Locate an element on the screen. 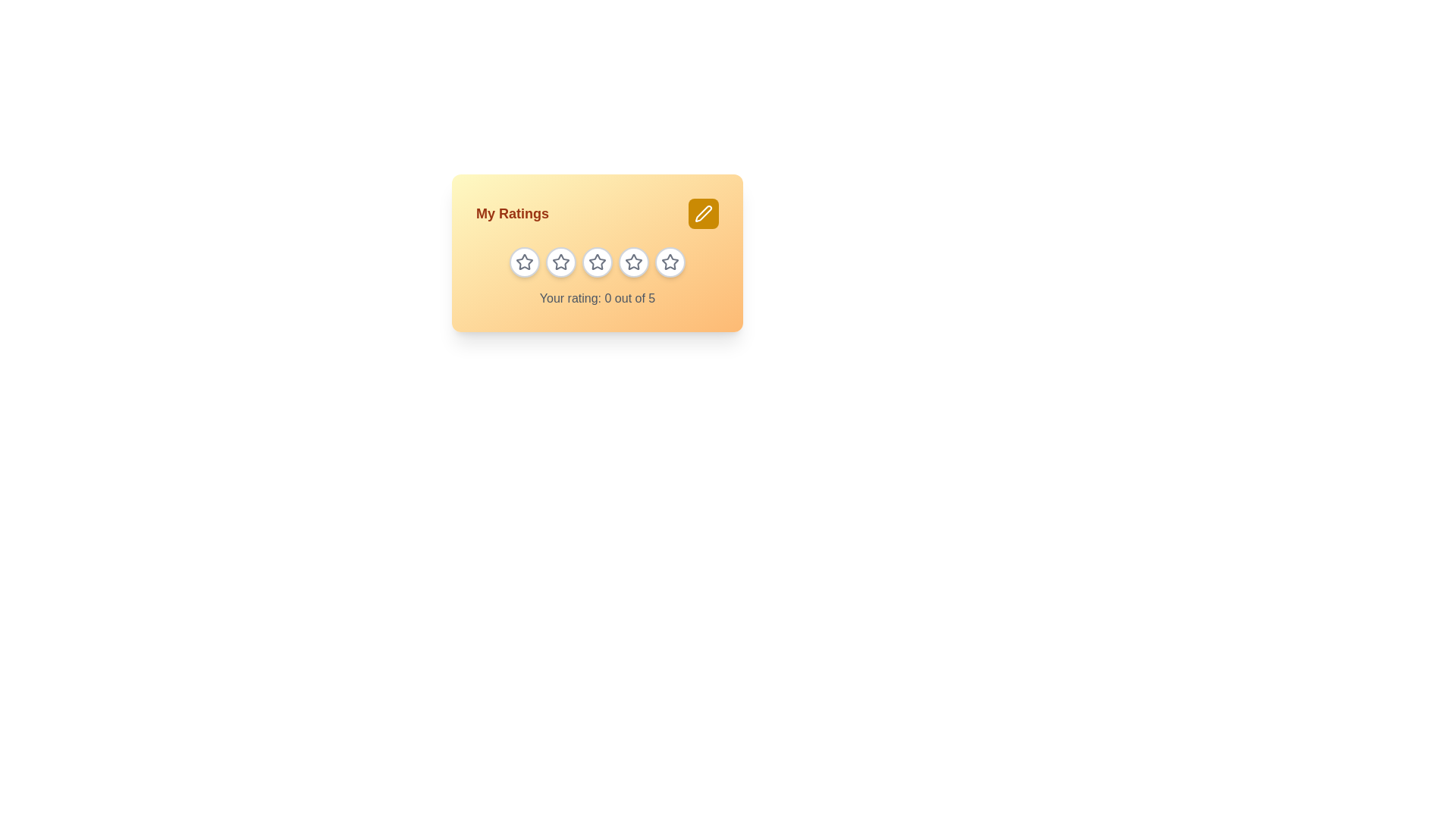 The image size is (1456, 819). the second star in the horizontal row of five stars, which is located within the light orange box labeled 'My Ratings', to provide feedback is located at coordinates (560, 262).